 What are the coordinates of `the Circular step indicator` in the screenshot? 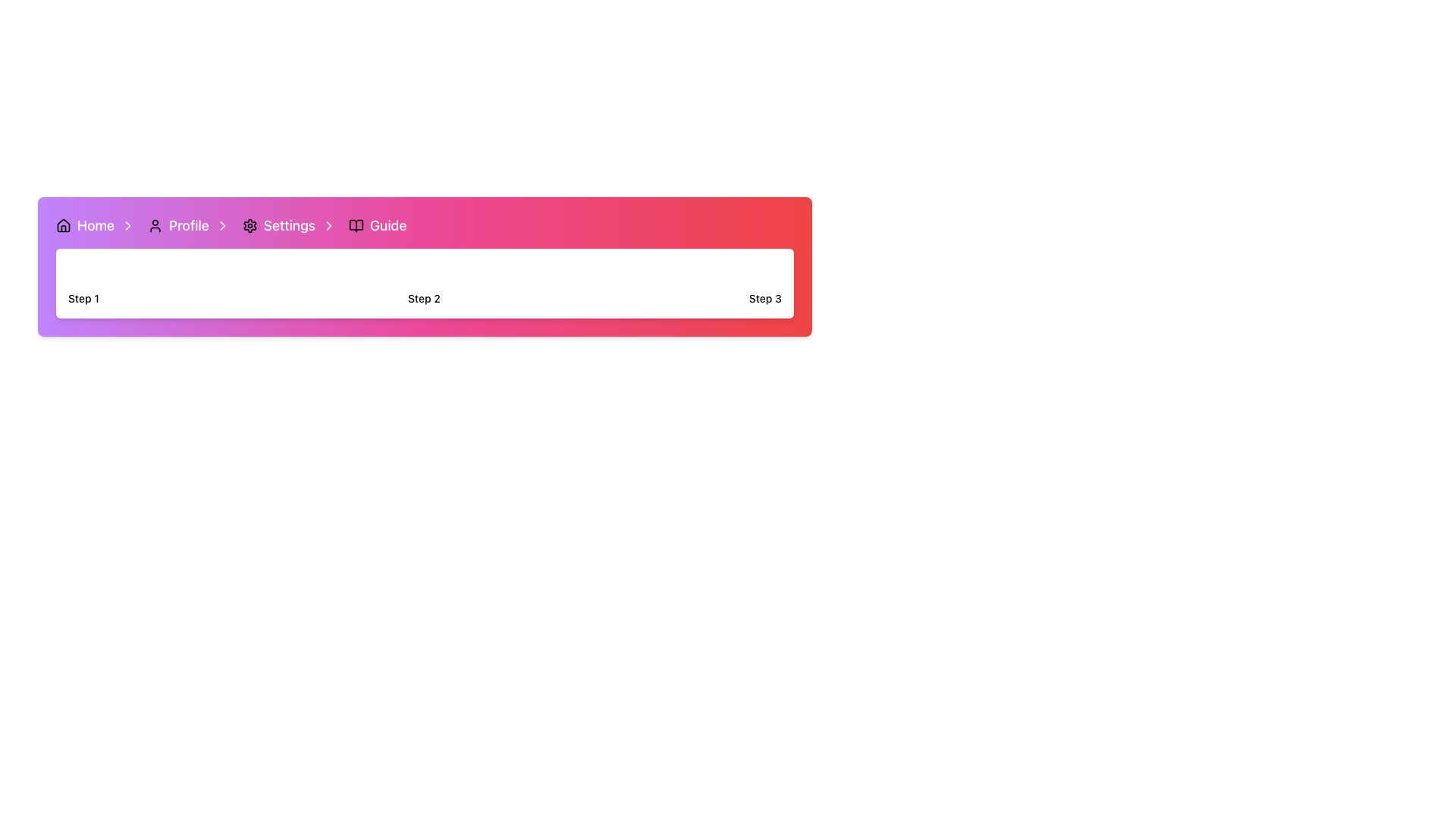 It's located at (424, 271).